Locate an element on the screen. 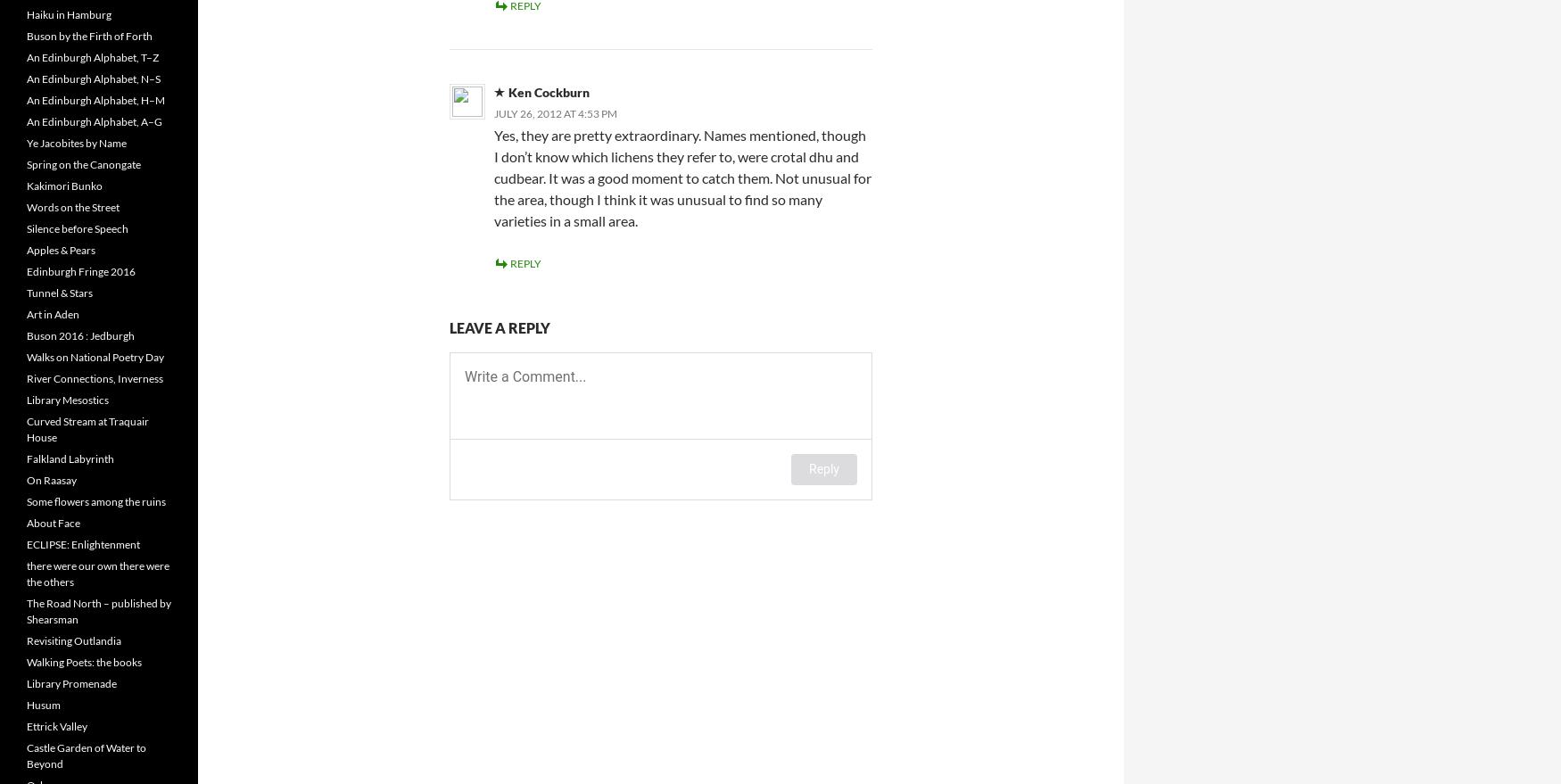 The height and width of the screenshot is (784, 1561). 'Buson by the Firth of Forth' is located at coordinates (89, 35).